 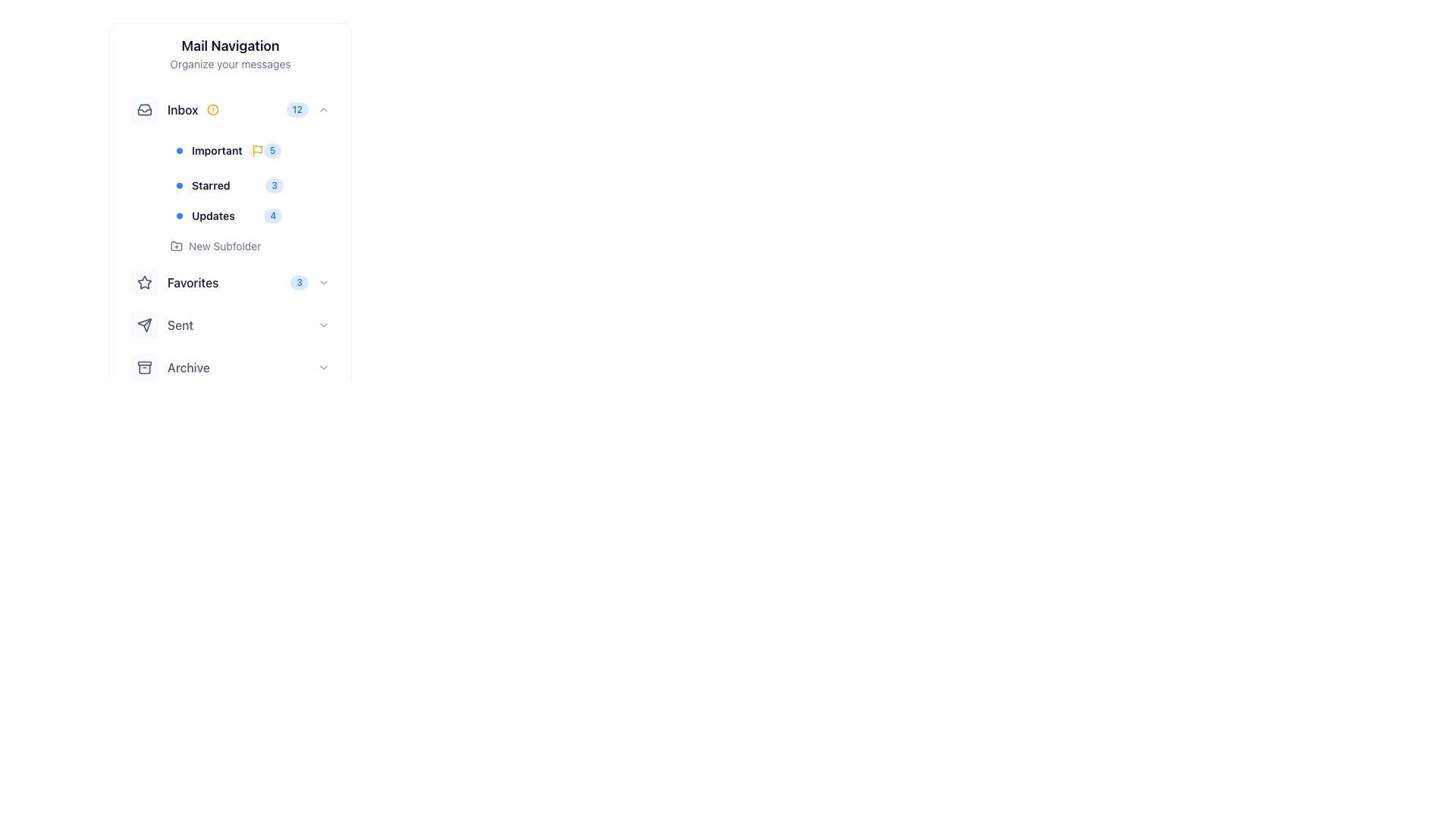 What do you see at coordinates (224, 245) in the screenshot?
I see `text content of the 'New Subfolder' label located under the 'Inbox' category in the main navigation section` at bounding box center [224, 245].